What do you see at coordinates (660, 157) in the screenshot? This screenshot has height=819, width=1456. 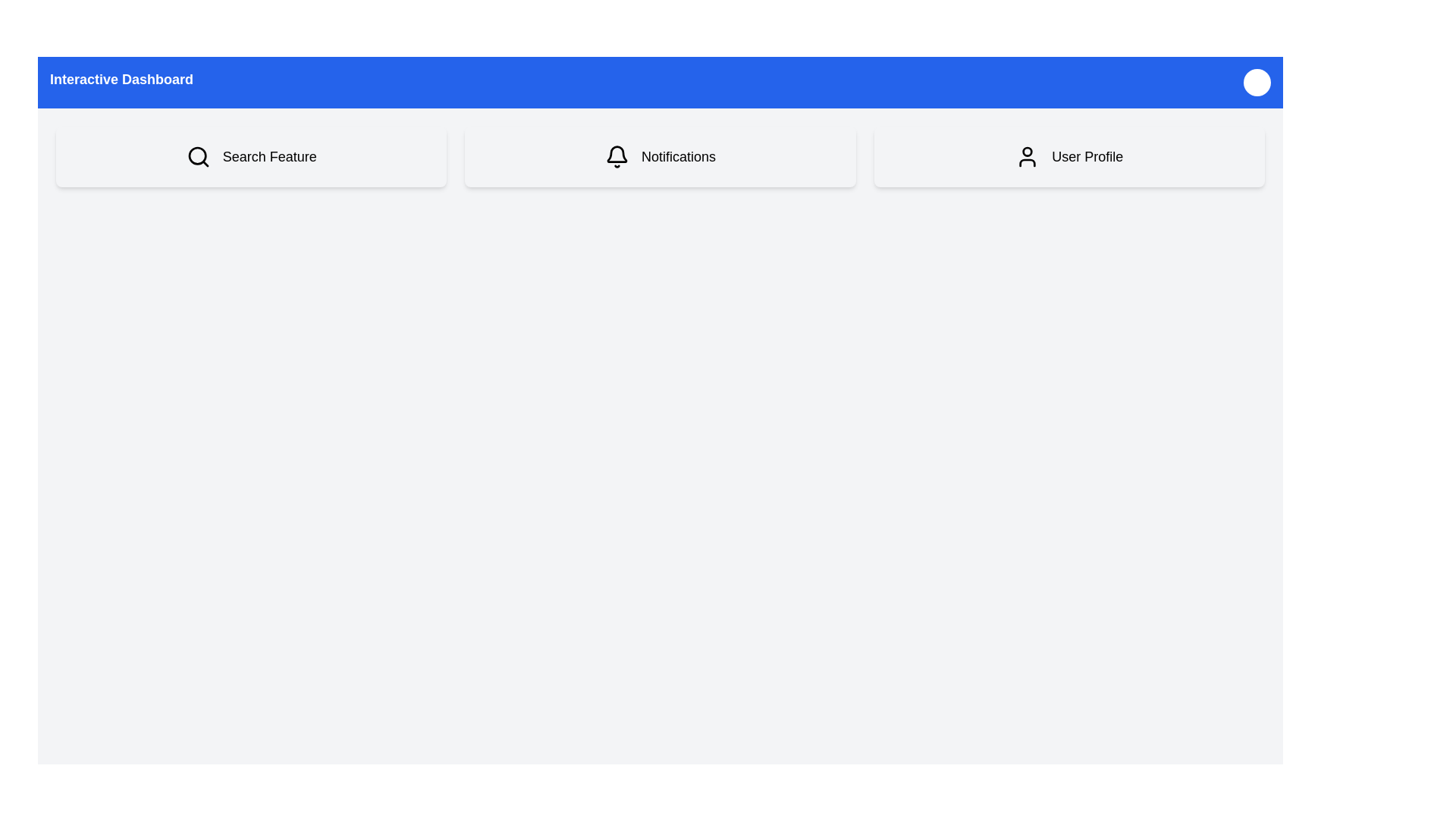 I see `the 'Notifications' button with a bell icon` at bounding box center [660, 157].